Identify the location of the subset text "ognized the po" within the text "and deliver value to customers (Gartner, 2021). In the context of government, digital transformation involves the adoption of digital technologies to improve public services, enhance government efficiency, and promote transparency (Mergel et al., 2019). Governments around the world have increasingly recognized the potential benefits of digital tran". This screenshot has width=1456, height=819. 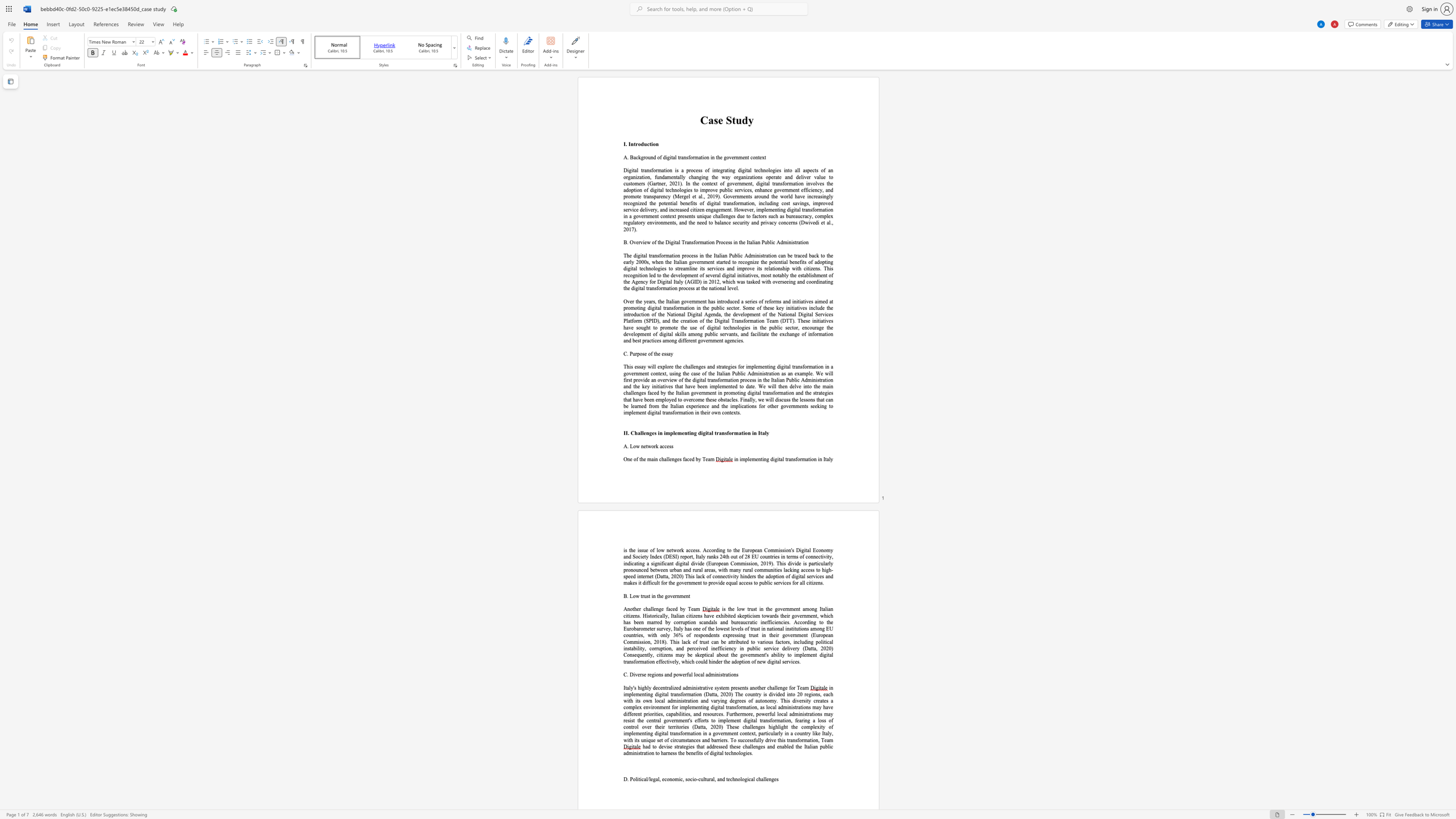
(630, 203).